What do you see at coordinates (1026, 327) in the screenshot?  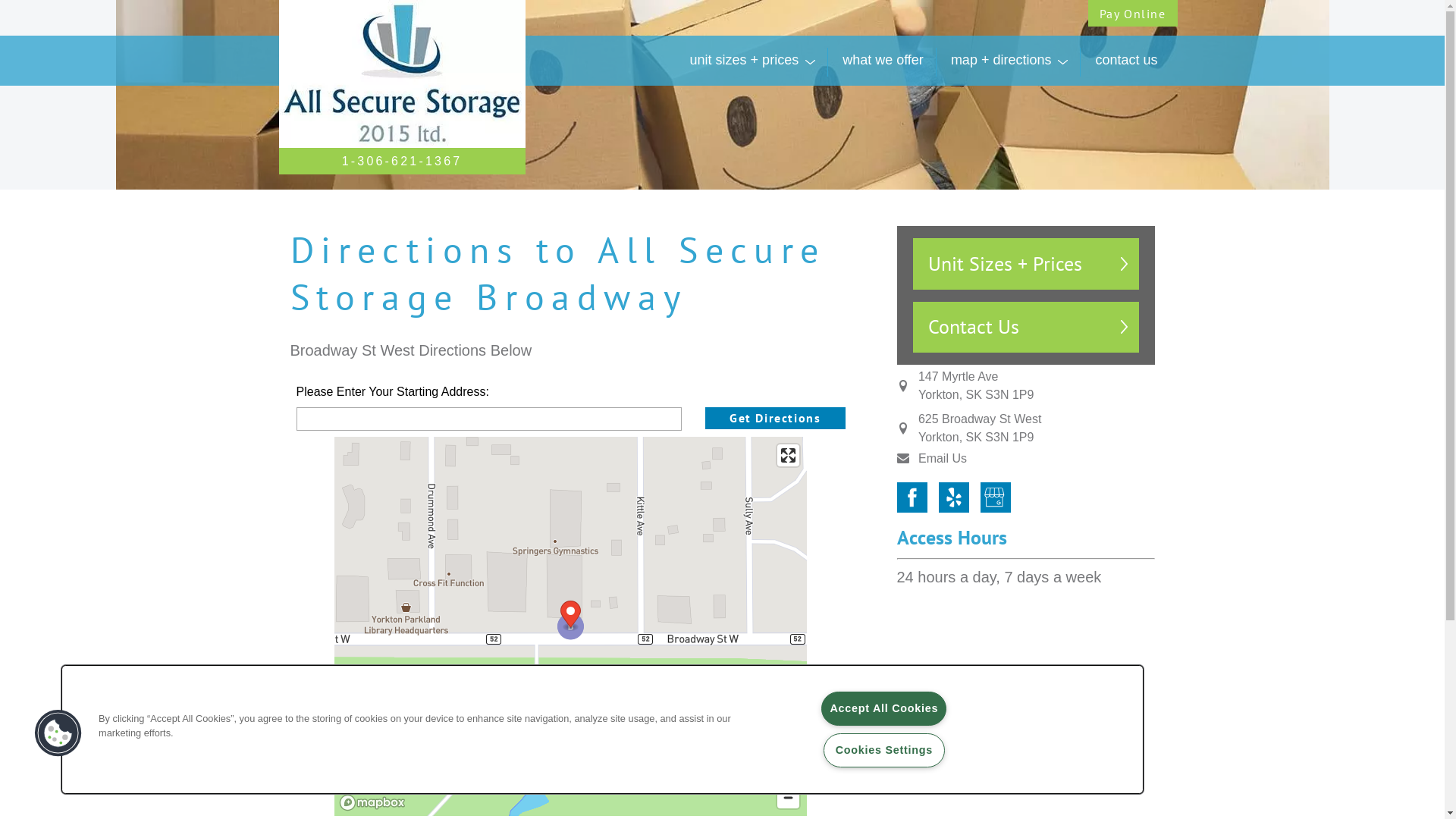 I see `'Contact Us'` at bounding box center [1026, 327].